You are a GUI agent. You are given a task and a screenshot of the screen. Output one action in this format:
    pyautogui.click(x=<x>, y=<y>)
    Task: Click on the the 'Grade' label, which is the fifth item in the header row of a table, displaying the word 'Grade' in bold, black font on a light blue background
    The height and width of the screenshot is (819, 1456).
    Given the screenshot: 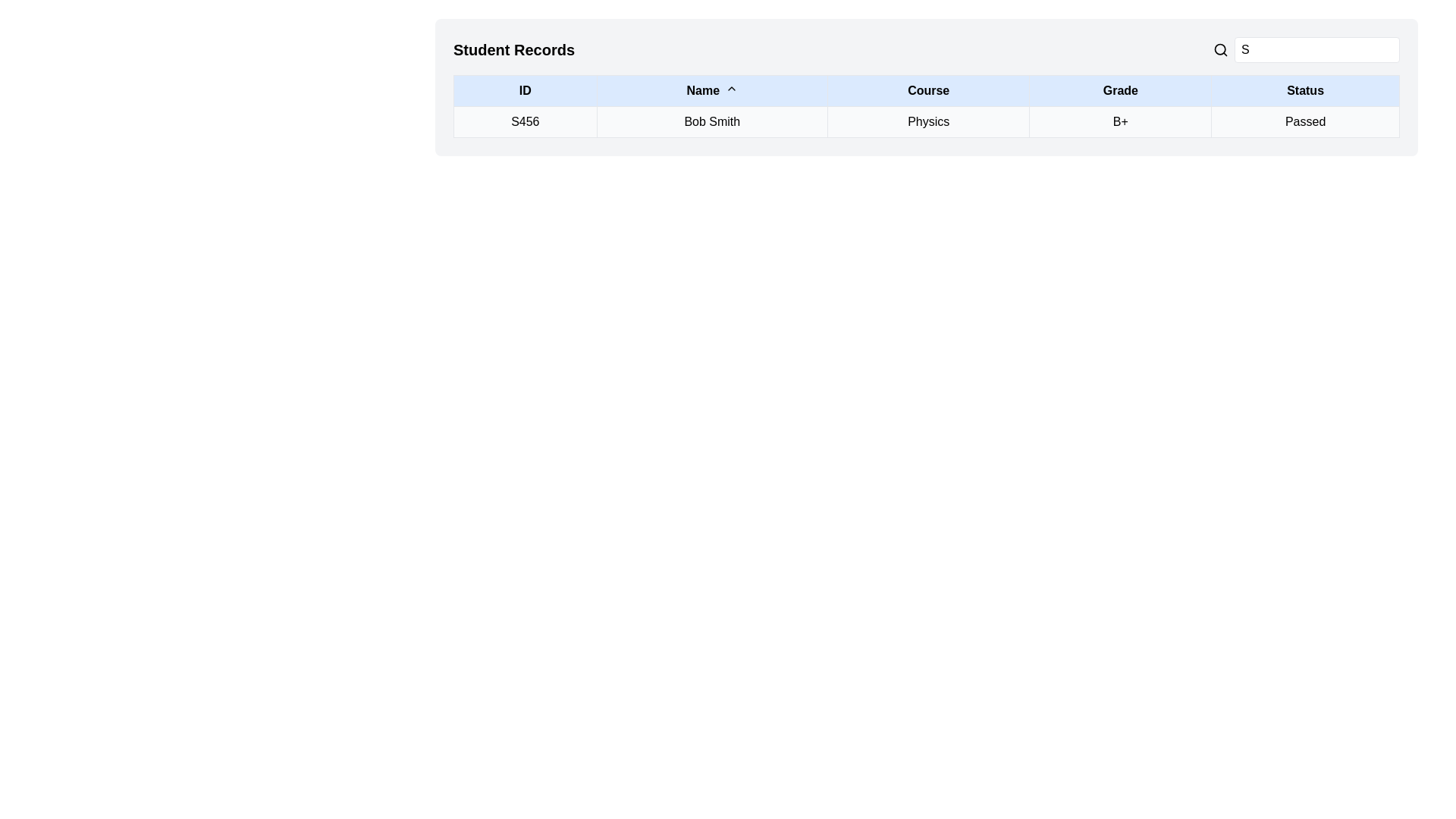 What is the action you would take?
    pyautogui.click(x=1120, y=90)
    